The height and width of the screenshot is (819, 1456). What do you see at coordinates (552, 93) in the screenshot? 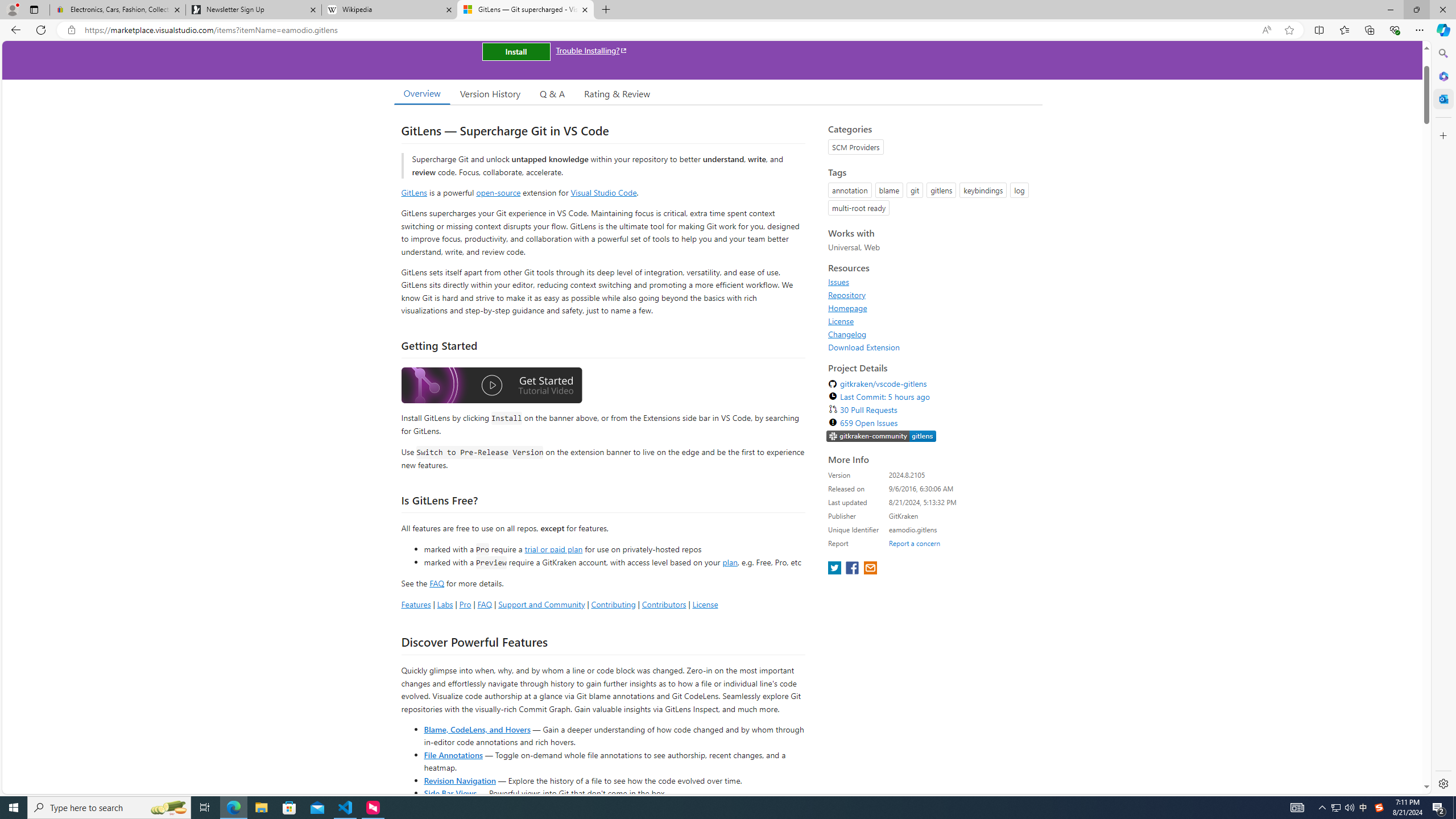
I see `'Q & A'` at bounding box center [552, 93].